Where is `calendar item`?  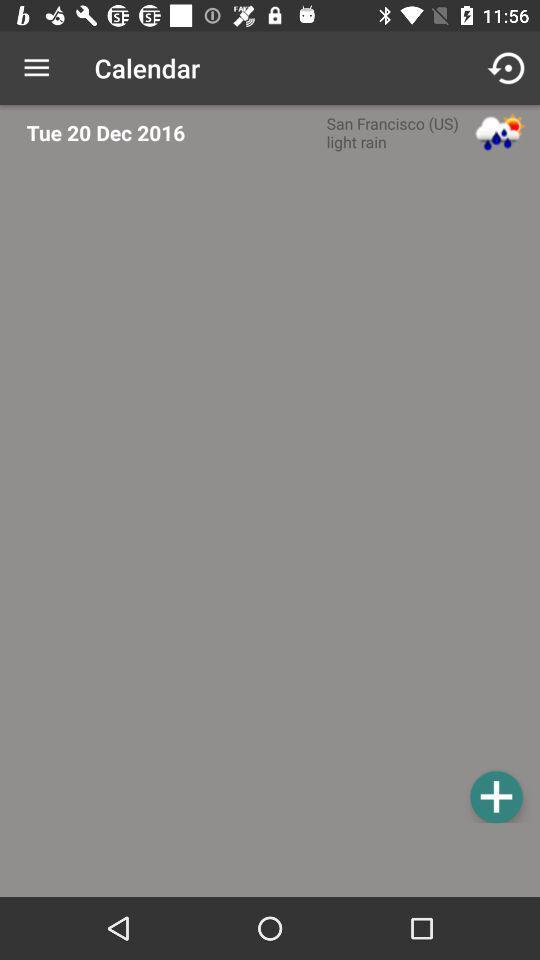 calendar item is located at coordinates (275, 493).